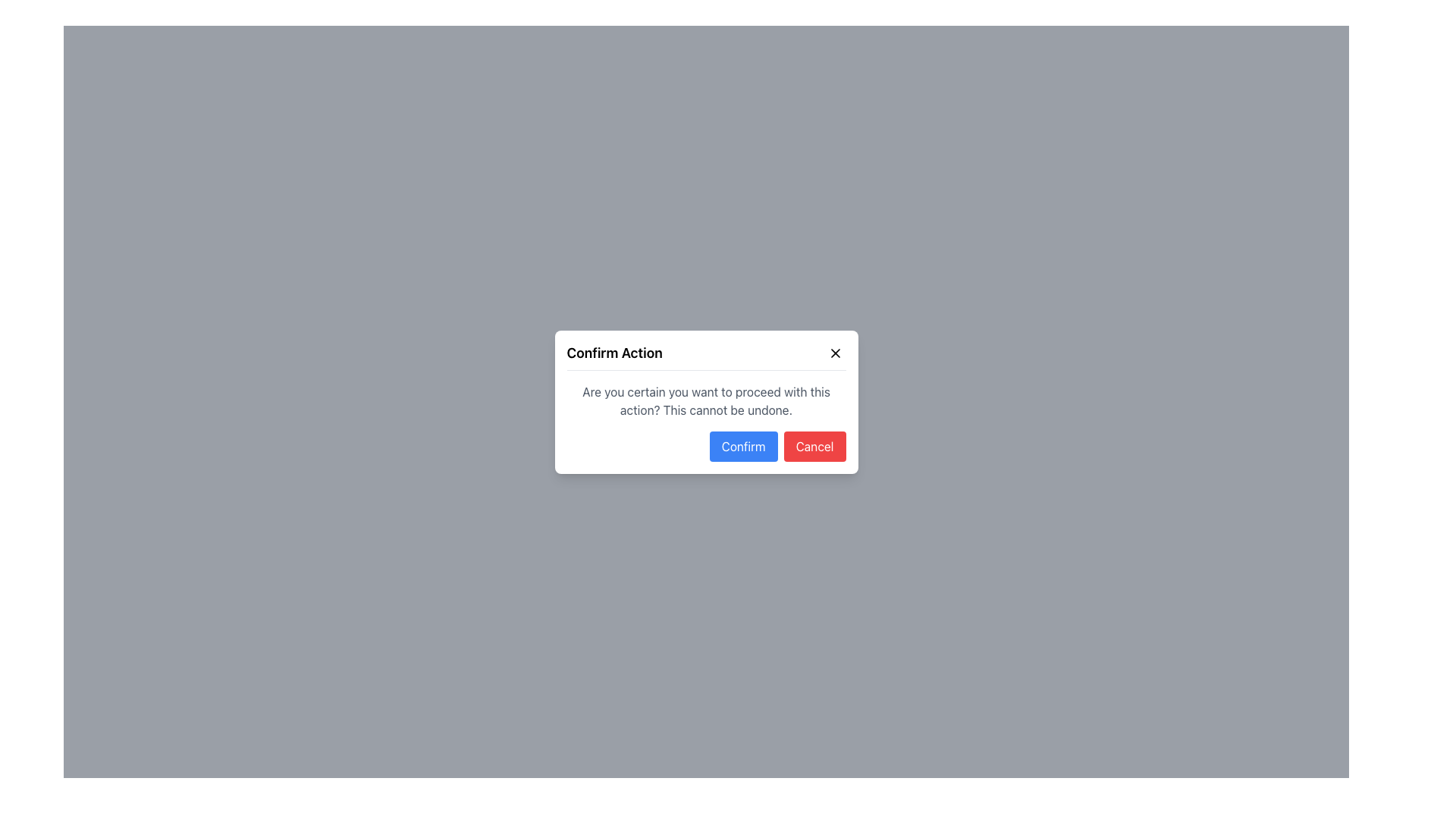 The height and width of the screenshot is (819, 1456). Describe the element at coordinates (834, 353) in the screenshot. I see `the close button located at the far right of the 'Confirm Action' dialog` at that location.